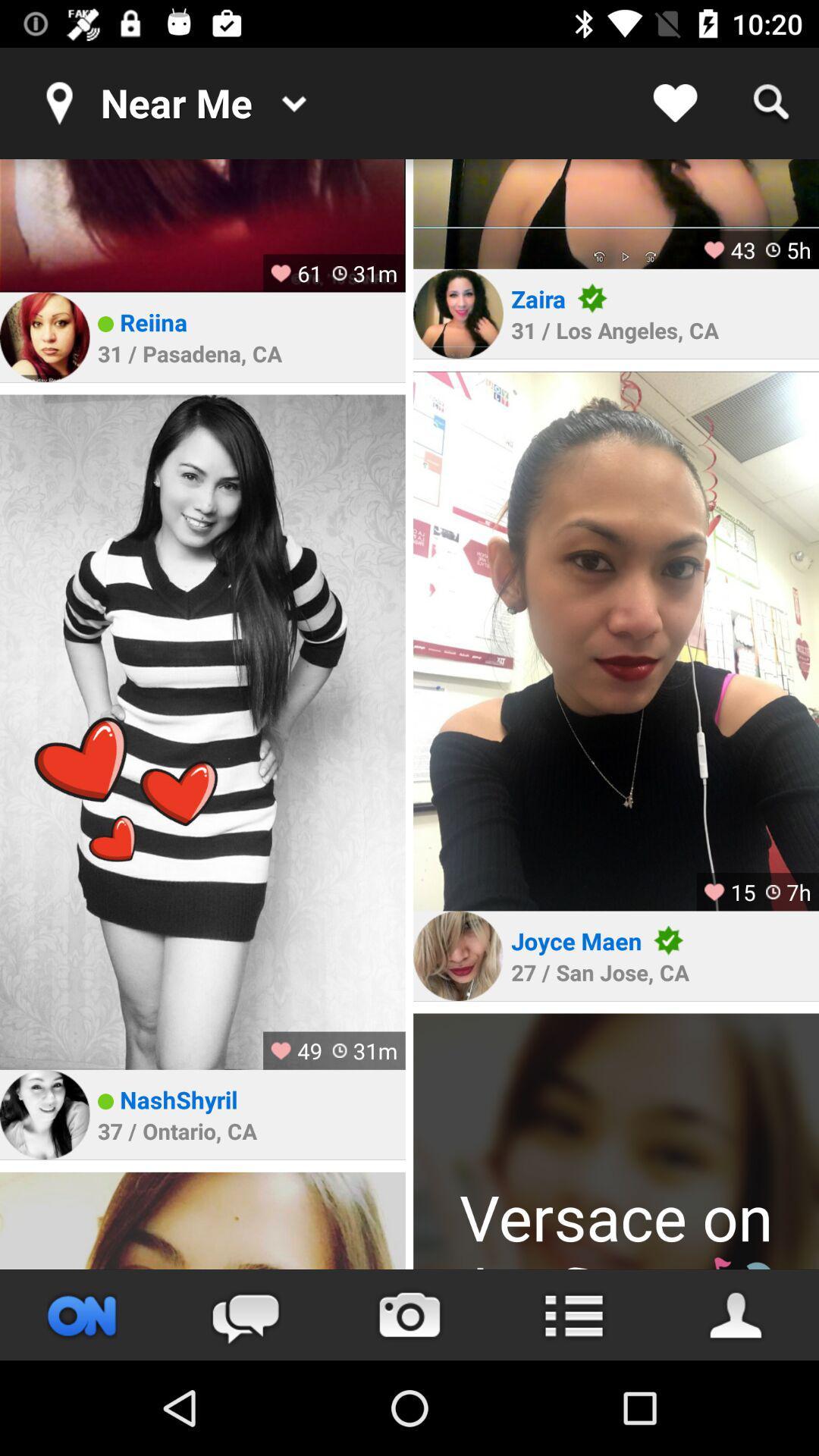 The height and width of the screenshot is (1456, 819). Describe the element at coordinates (409, 1314) in the screenshot. I see `take photo` at that location.